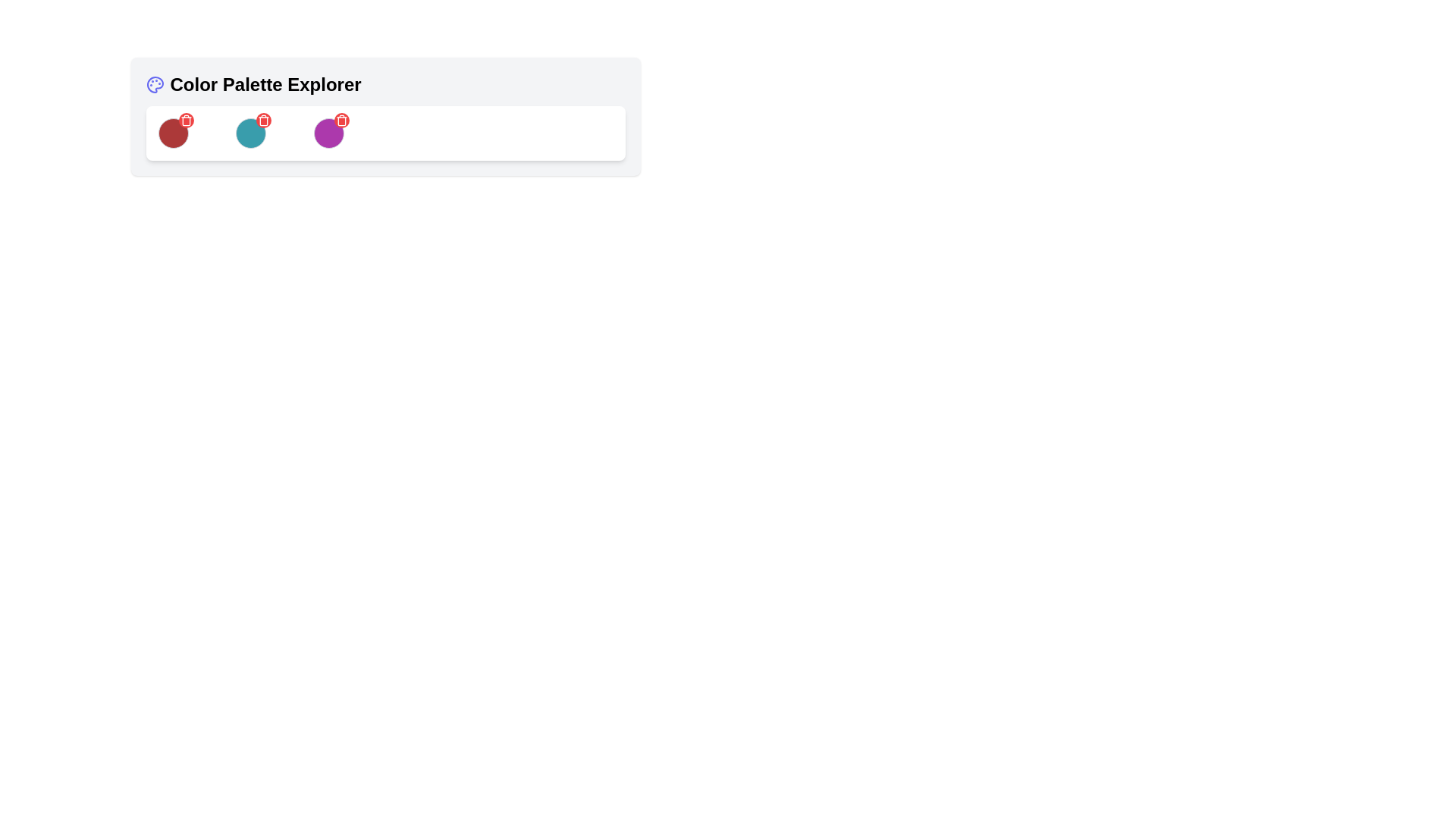  What do you see at coordinates (185, 119) in the screenshot?
I see `the trash can icon with a white stroke on a red circular background` at bounding box center [185, 119].